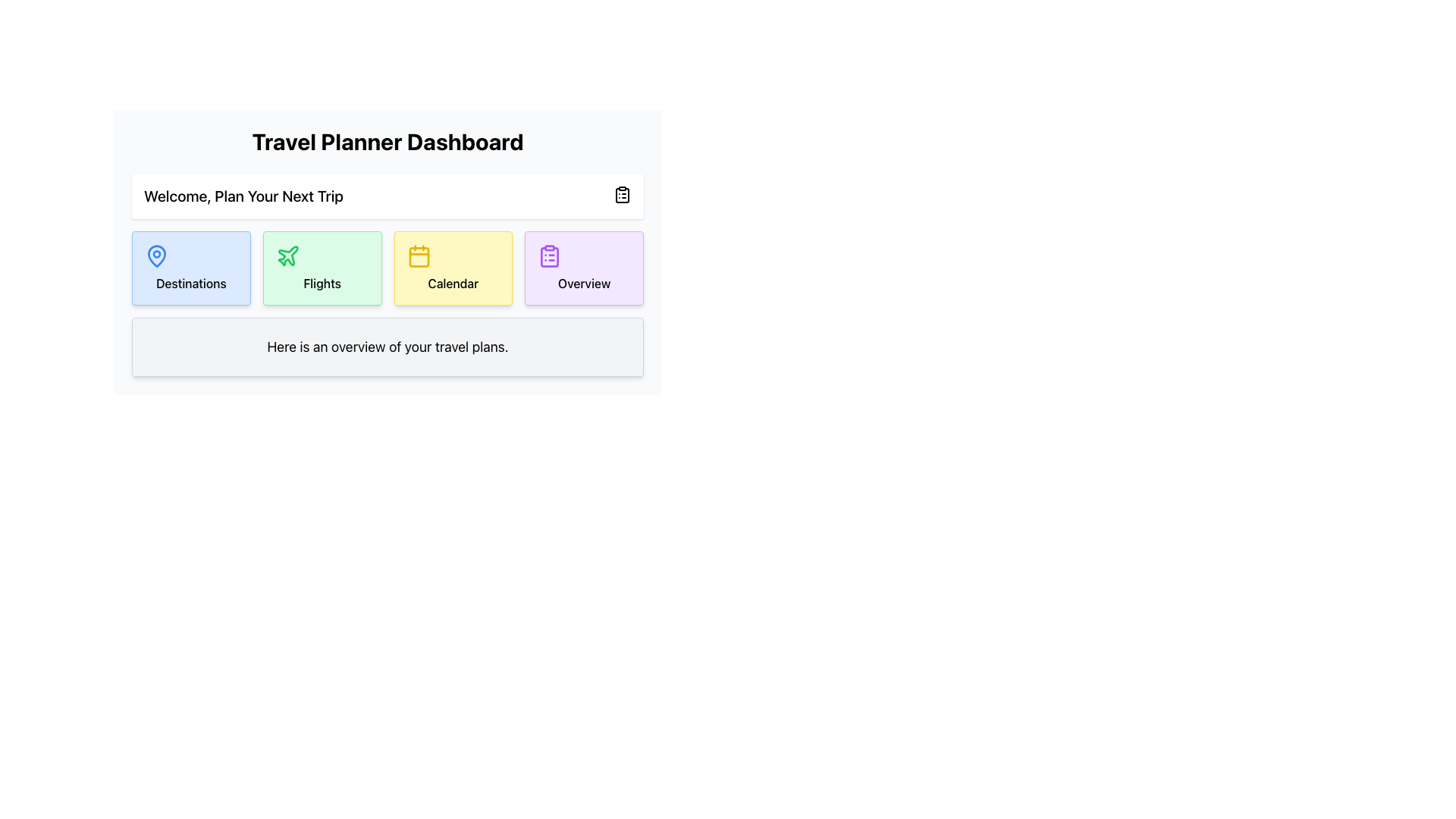 The width and height of the screenshot is (1456, 819). Describe the element at coordinates (419, 256) in the screenshot. I see `the yellow calendar button's SVG rectangle with rounded corners, which is centrally positioned within the button and slightly below the top strokes` at that location.